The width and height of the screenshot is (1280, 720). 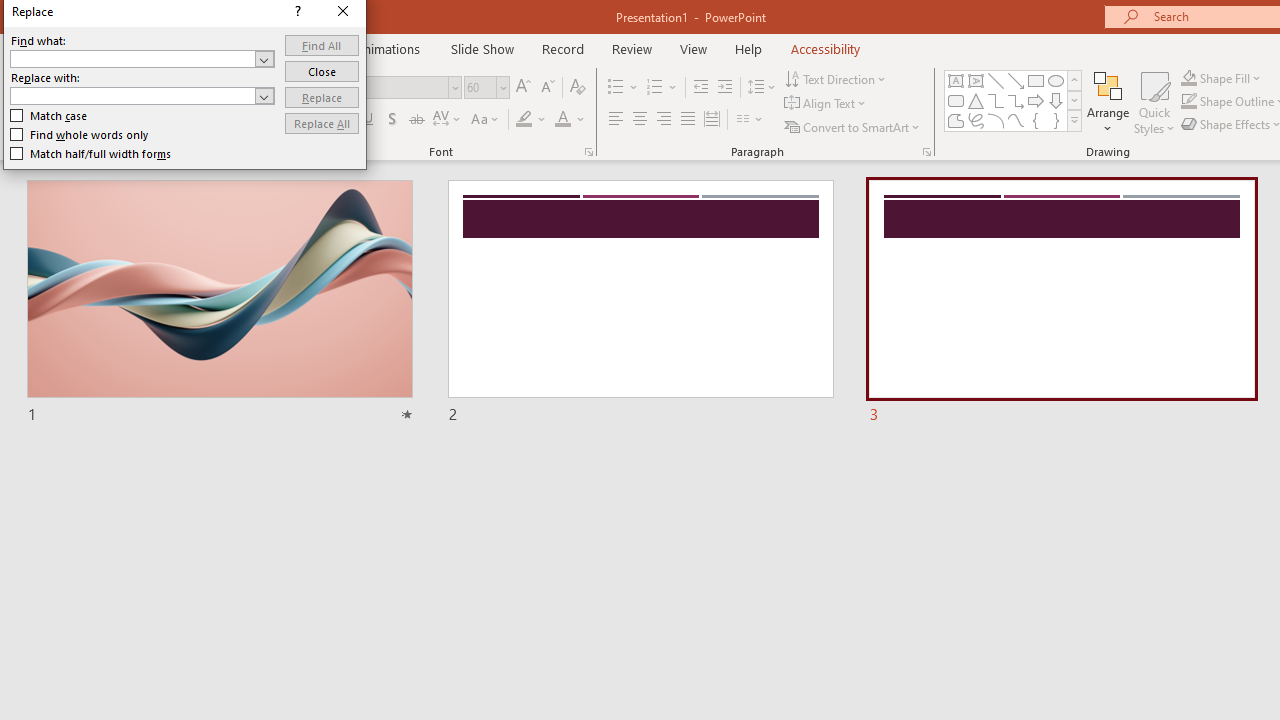 I want to click on 'Change Case', so click(x=486, y=119).